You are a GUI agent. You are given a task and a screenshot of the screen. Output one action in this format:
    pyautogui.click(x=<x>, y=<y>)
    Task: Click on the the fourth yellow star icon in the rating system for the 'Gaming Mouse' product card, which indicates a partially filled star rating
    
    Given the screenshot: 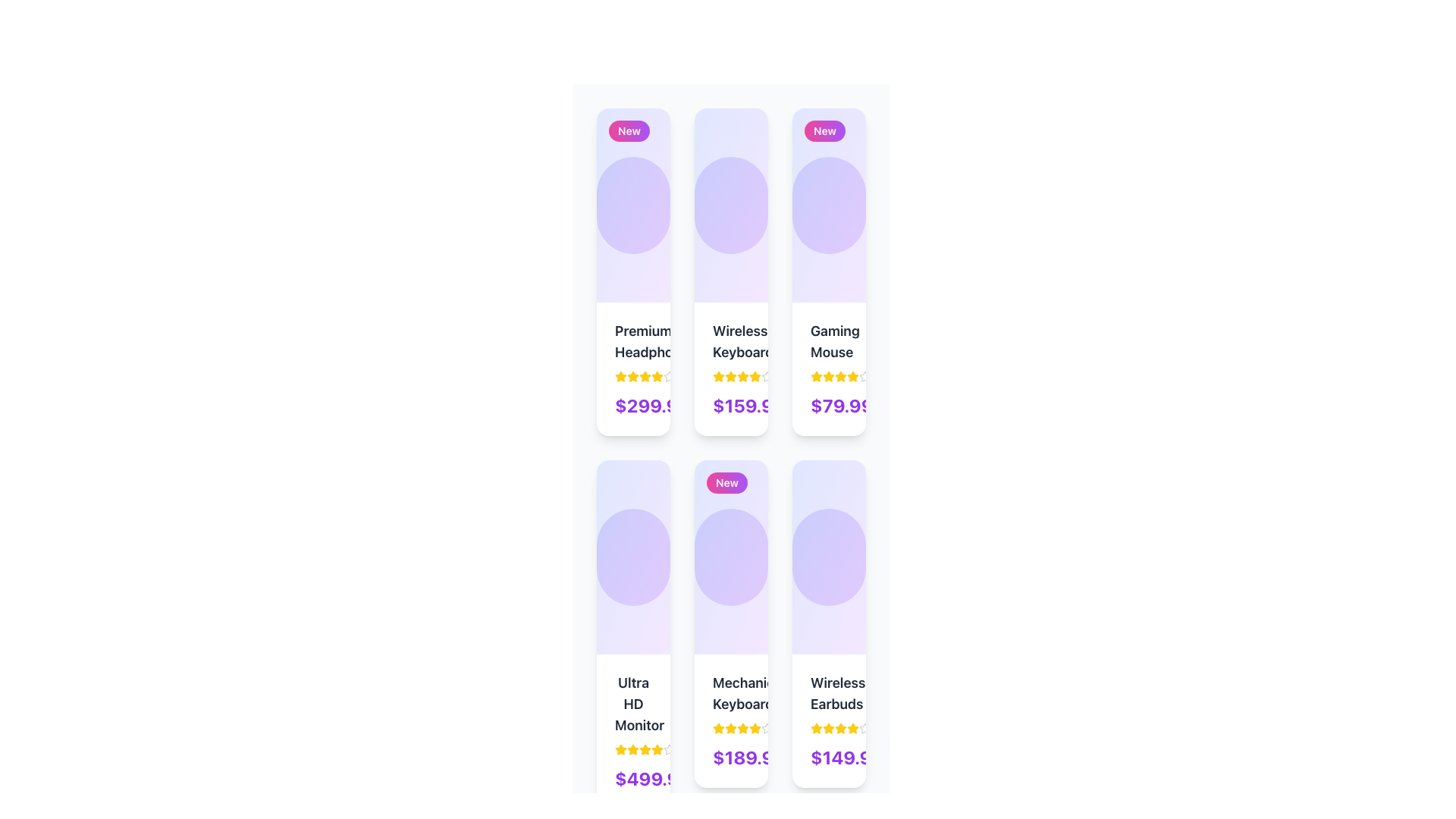 What is the action you would take?
    pyautogui.click(x=839, y=376)
    